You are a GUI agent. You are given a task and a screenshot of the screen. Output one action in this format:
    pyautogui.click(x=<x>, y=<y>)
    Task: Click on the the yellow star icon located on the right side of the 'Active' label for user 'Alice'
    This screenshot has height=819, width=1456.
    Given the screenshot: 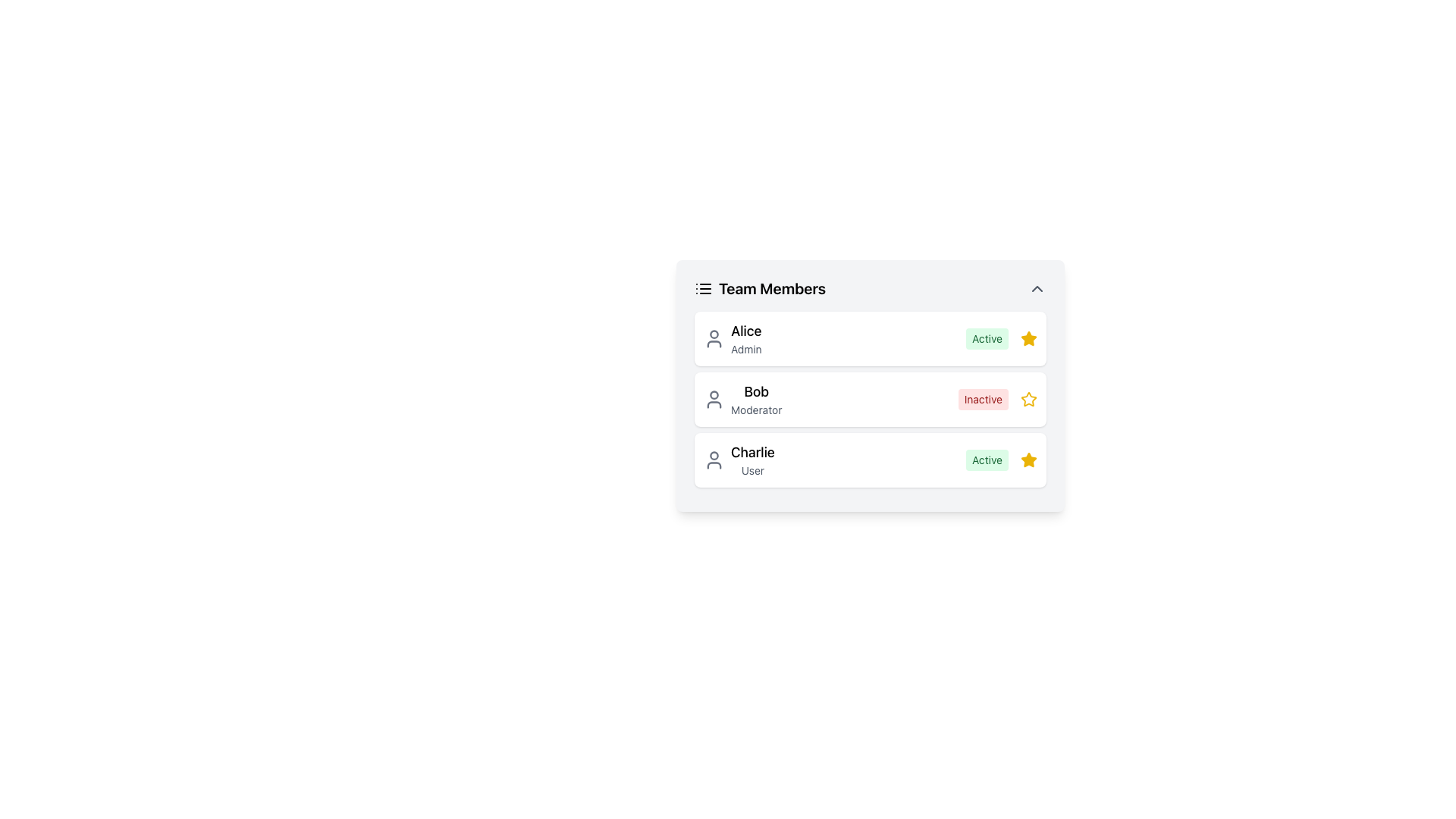 What is the action you would take?
    pyautogui.click(x=1029, y=338)
    